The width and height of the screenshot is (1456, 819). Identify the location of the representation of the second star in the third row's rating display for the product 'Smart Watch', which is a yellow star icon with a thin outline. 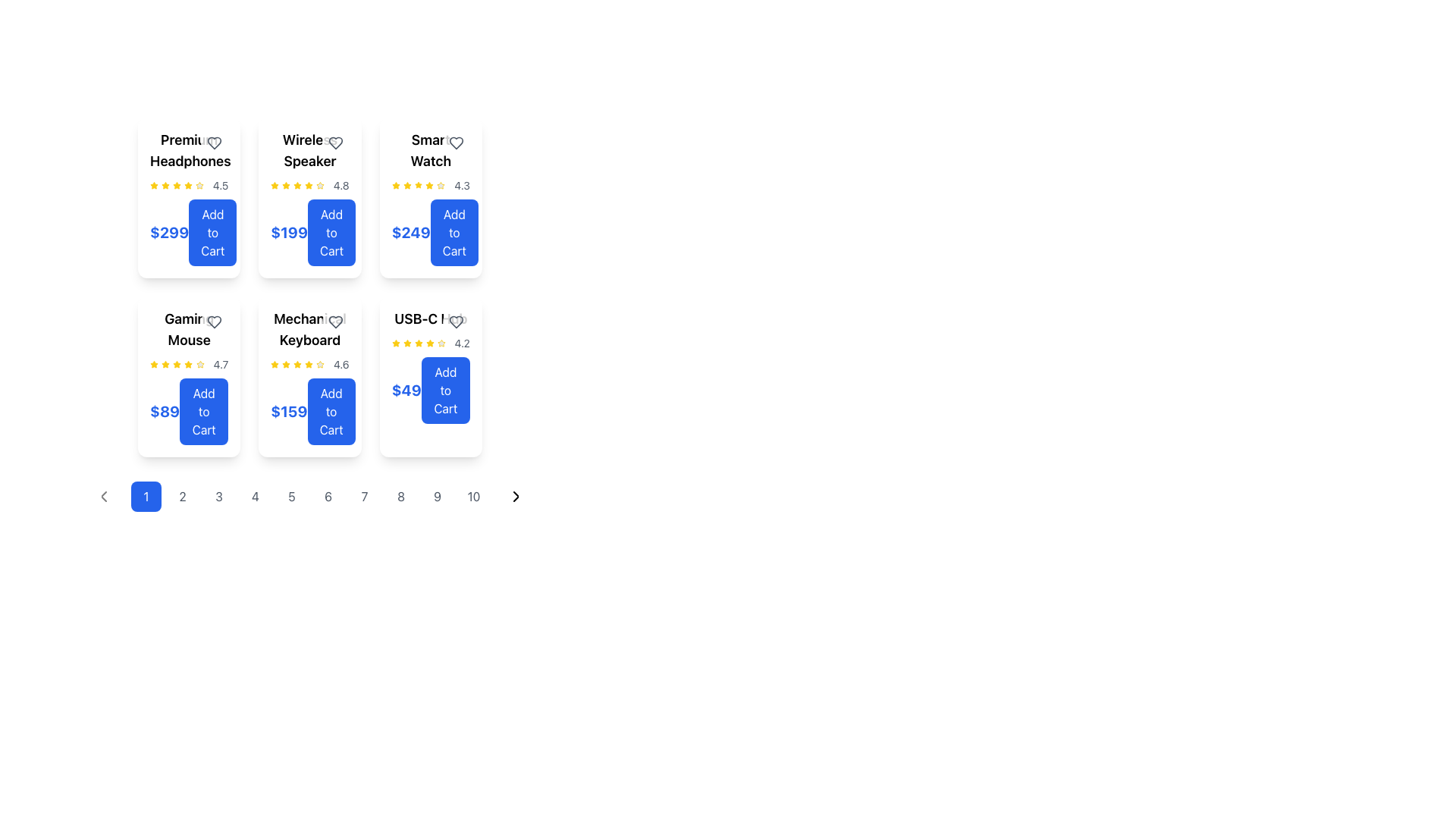
(428, 184).